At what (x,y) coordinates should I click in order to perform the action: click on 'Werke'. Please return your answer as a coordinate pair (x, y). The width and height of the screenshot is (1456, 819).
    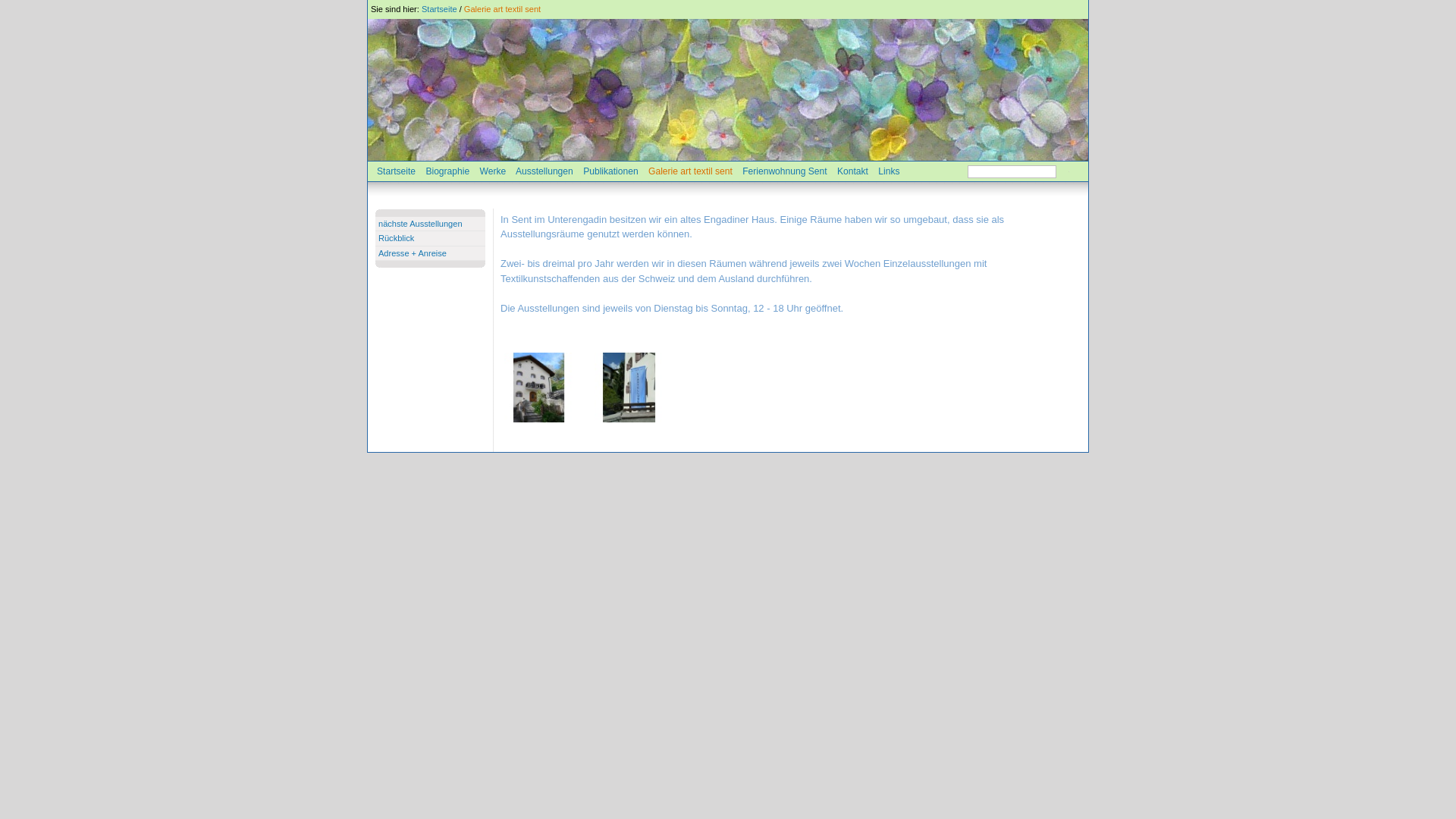
    Looking at the image, I should click on (492, 171).